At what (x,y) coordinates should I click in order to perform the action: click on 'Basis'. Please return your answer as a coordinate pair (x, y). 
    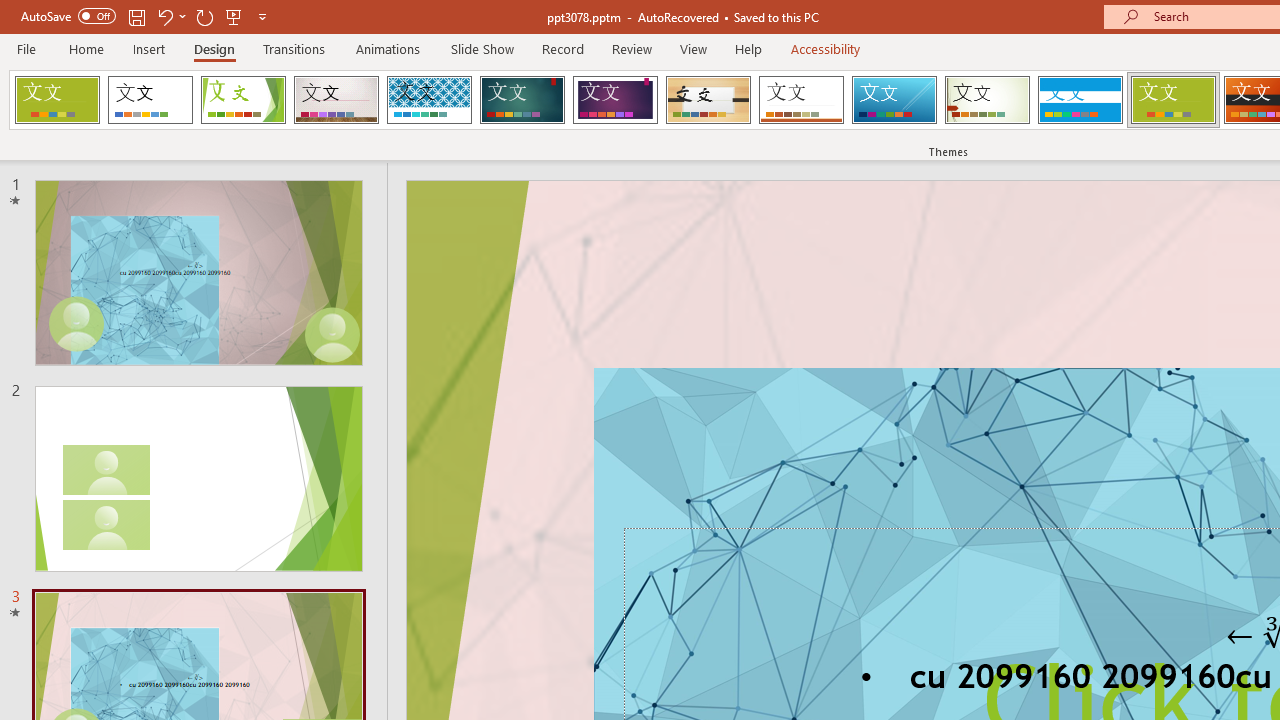
    Looking at the image, I should click on (1173, 100).